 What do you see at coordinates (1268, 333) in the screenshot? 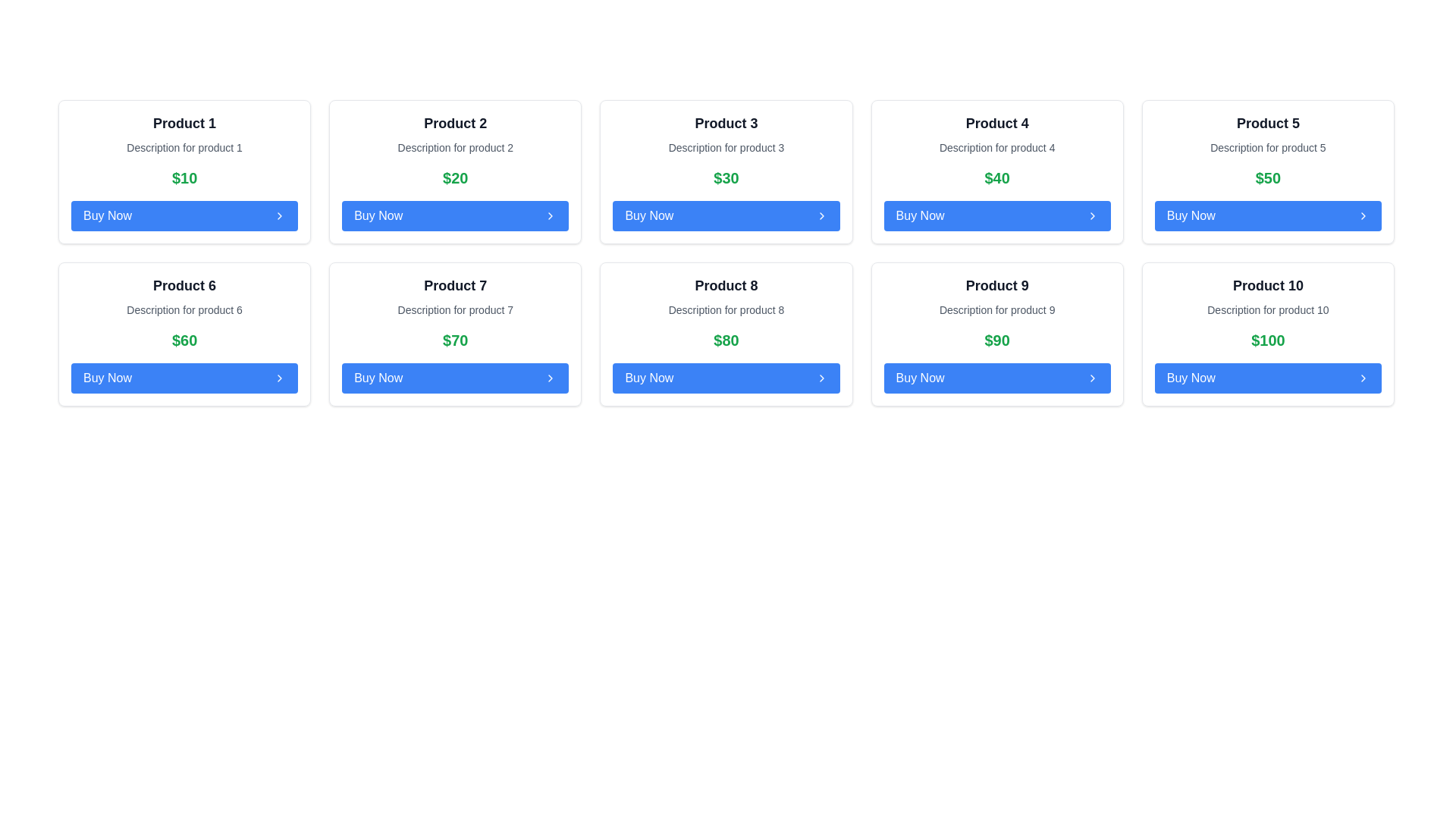
I see `the product card at the bottom right of the grid` at bounding box center [1268, 333].